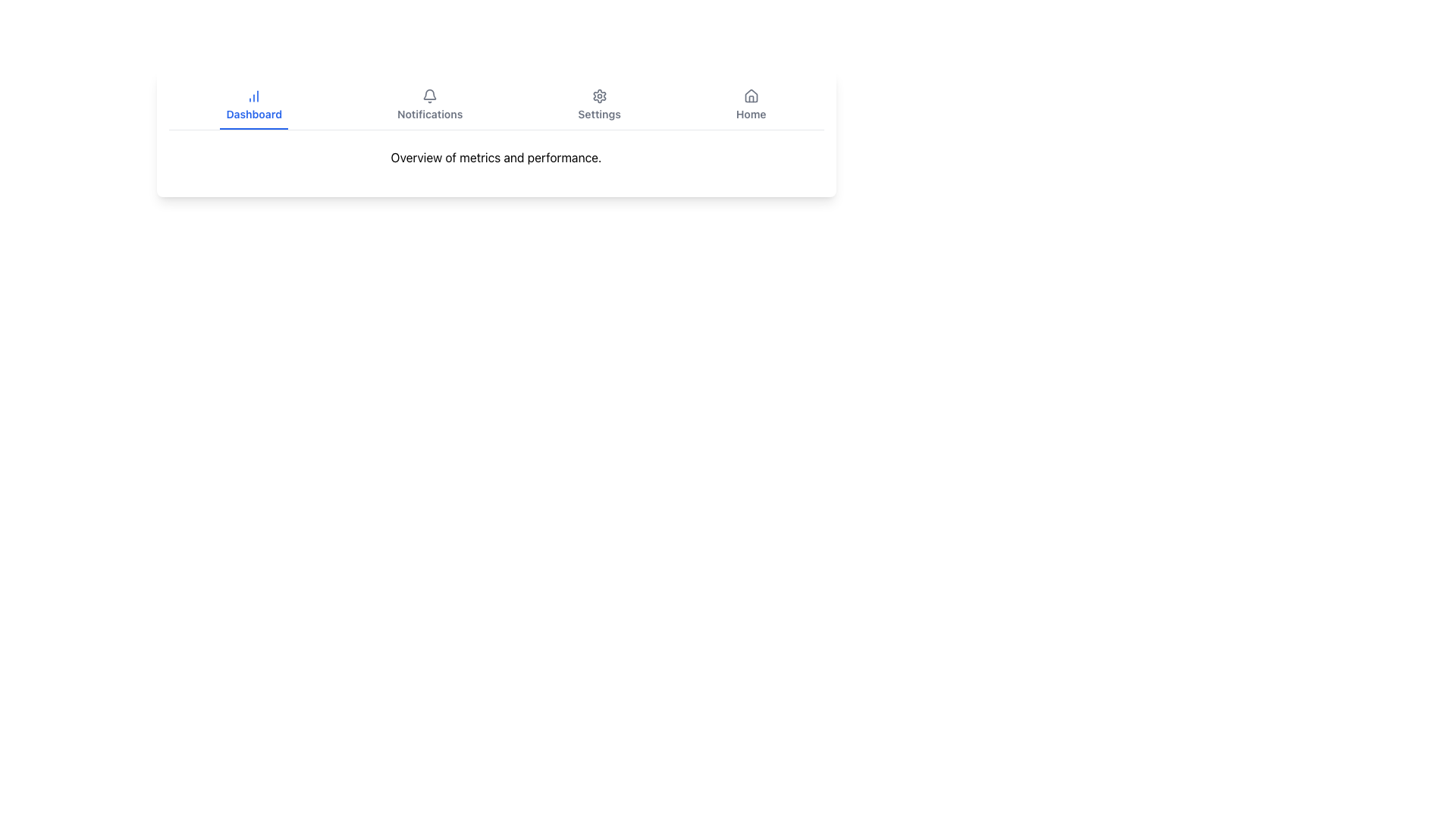  Describe the element at coordinates (751, 96) in the screenshot. I see `the house icon in the navigation bar, which is styled with a minimalistic line-based design and is located above the 'Home' text label` at that location.